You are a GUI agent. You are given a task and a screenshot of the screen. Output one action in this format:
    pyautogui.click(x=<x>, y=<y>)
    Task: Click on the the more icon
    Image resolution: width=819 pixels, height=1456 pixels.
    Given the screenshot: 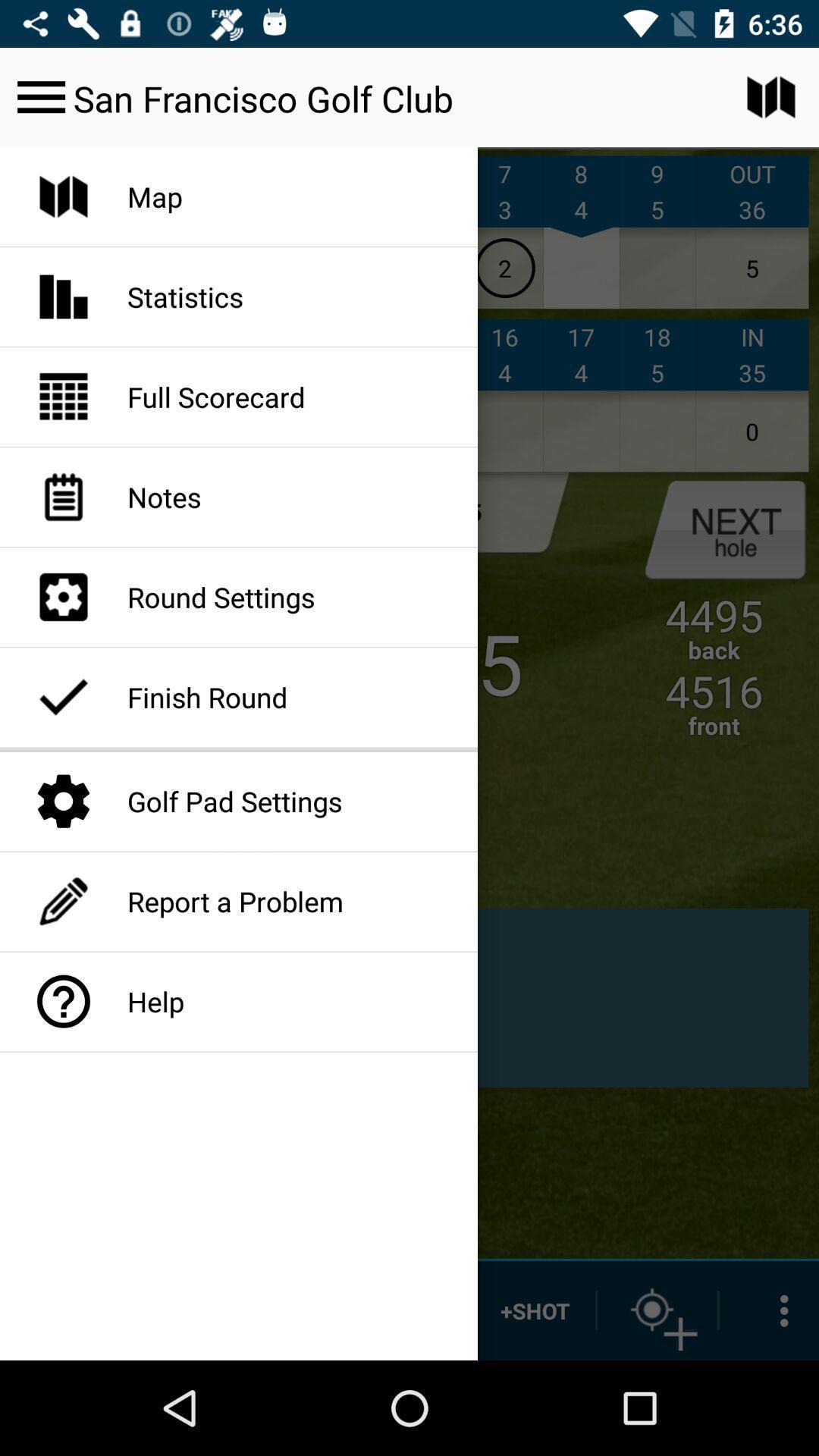 What is the action you would take?
    pyautogui.click(x=769, y=1310)
    